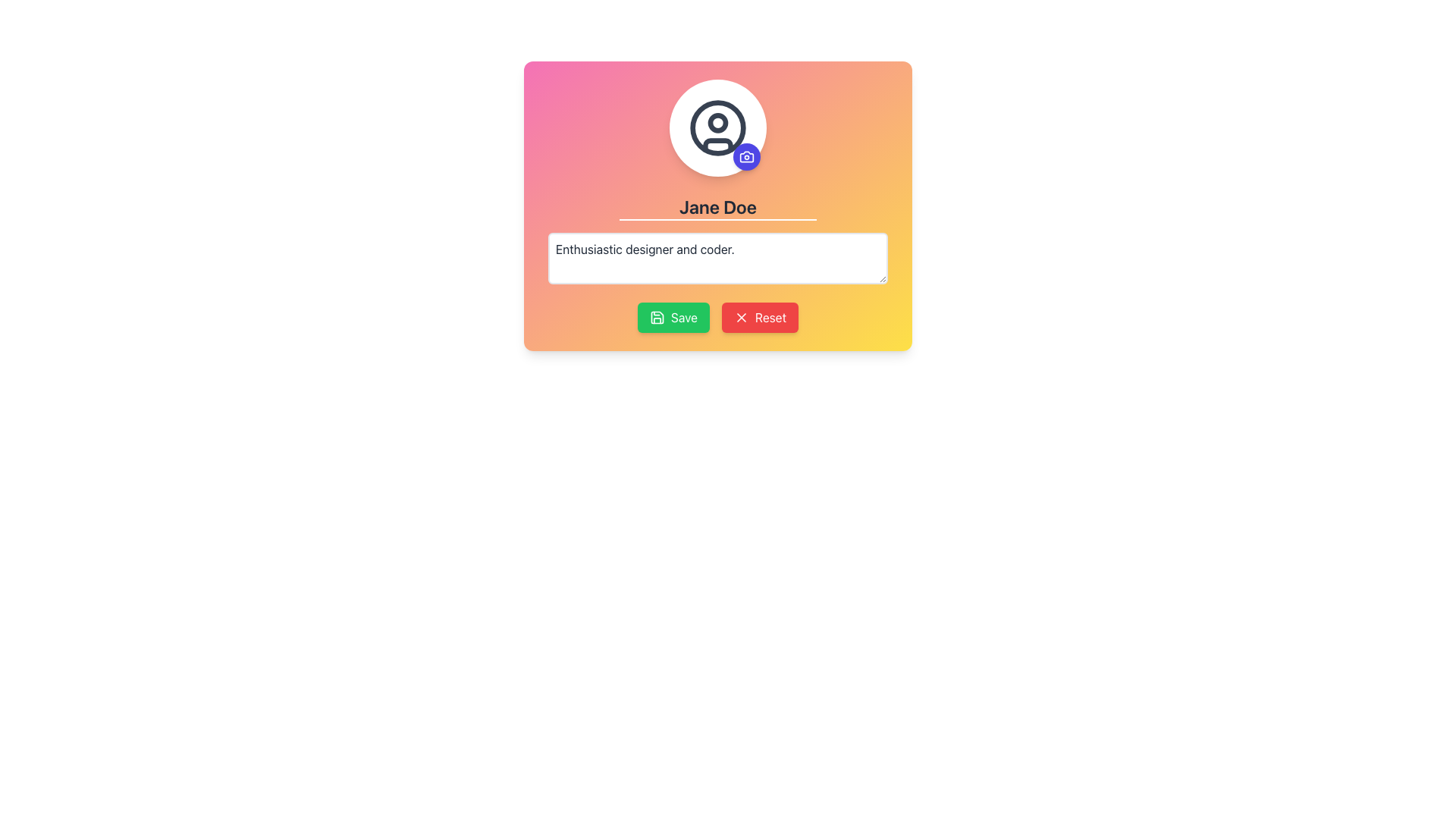 The width and height of the screenshot is (1456, 819). What do you see at coordinates (746, 157) in the screenshot?
I see `the camera icon, which is a white line drawing on a blue circular background, located at the bottom-right corner of the user profile image` at bounding box center [746, 157].